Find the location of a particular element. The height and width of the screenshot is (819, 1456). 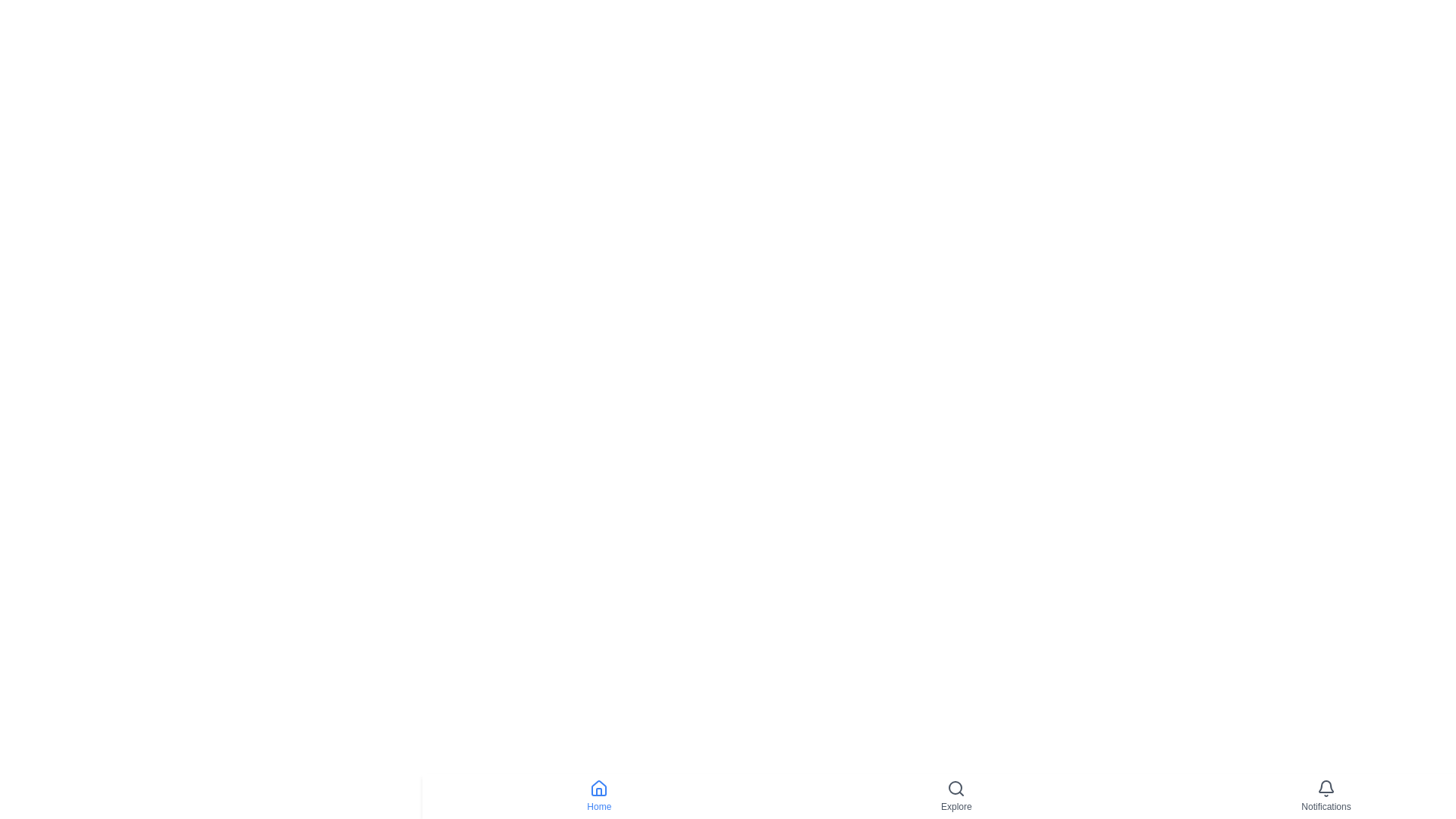

the Navigation button with a bell icon and 'Notifications' text, which is the third item in the bottom navigation bar is located at coordinates (1325, 795).